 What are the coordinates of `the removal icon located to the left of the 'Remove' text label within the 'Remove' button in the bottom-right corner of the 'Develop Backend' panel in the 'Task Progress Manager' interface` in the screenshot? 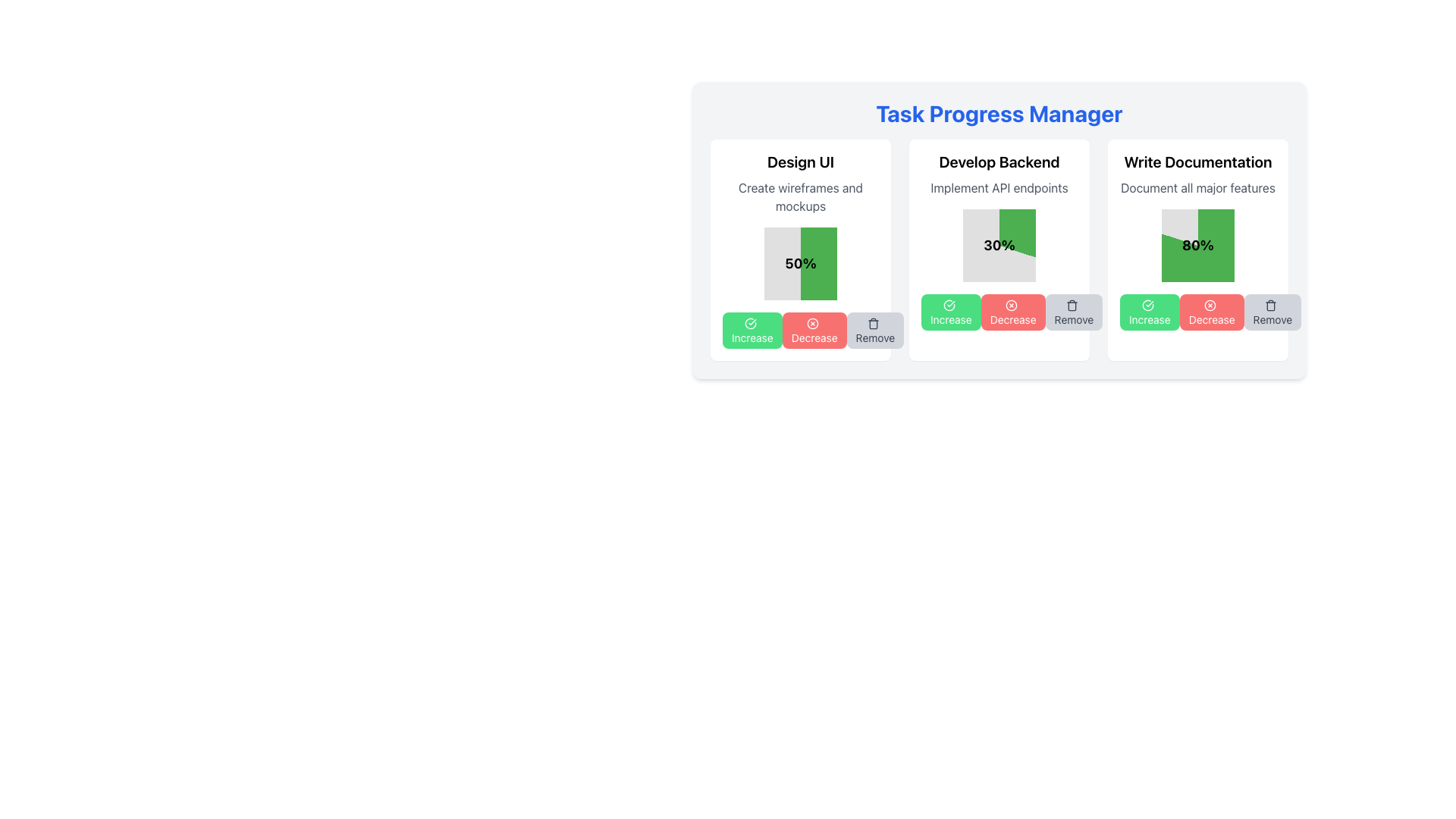 It's located at (1072, 306).